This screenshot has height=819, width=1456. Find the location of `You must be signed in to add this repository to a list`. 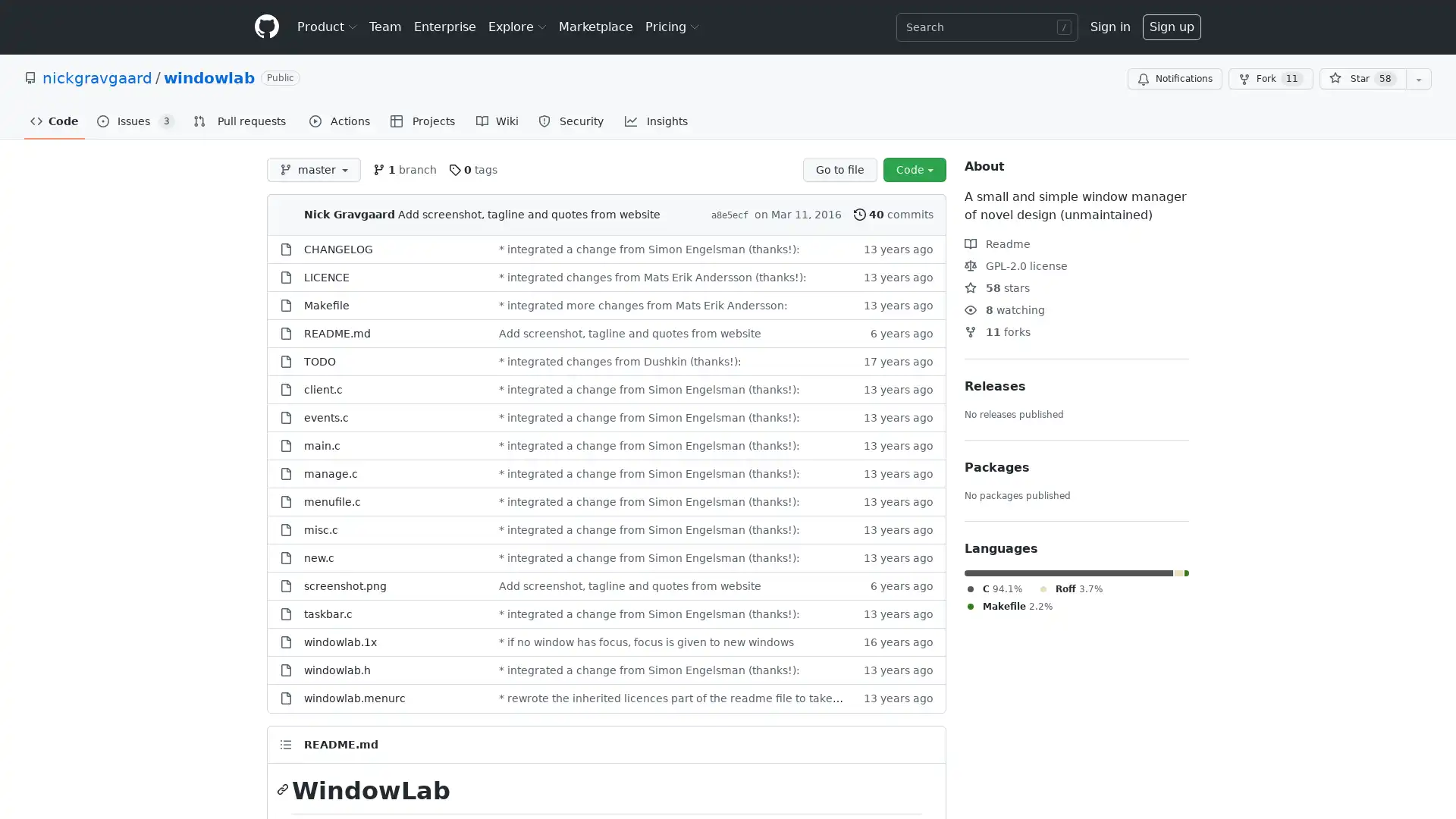

You must be signed in to add this repository to a list is located at coordinates (1418, 79).